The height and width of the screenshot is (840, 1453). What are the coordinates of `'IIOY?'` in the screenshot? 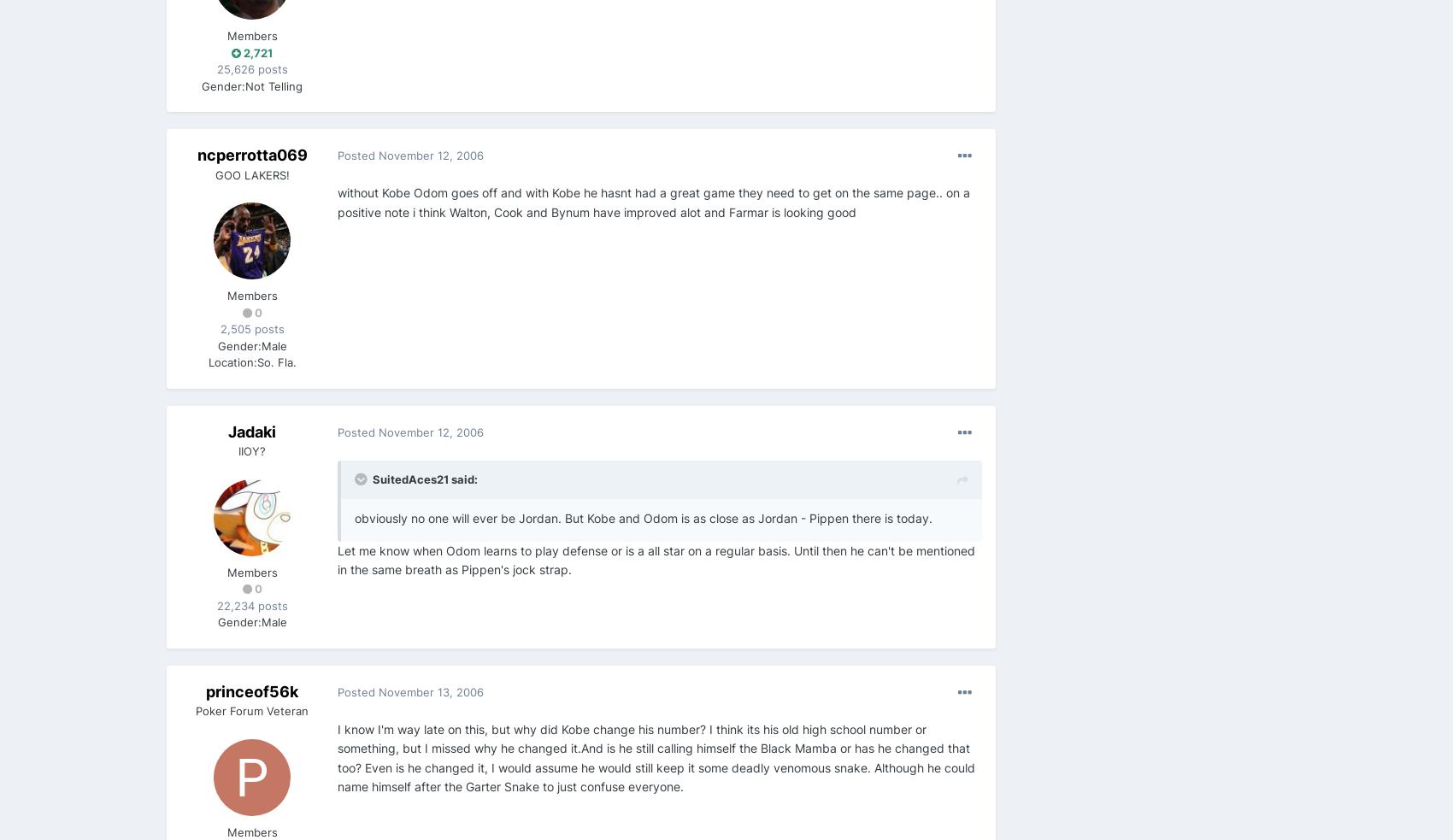 It's located at (251, 450).